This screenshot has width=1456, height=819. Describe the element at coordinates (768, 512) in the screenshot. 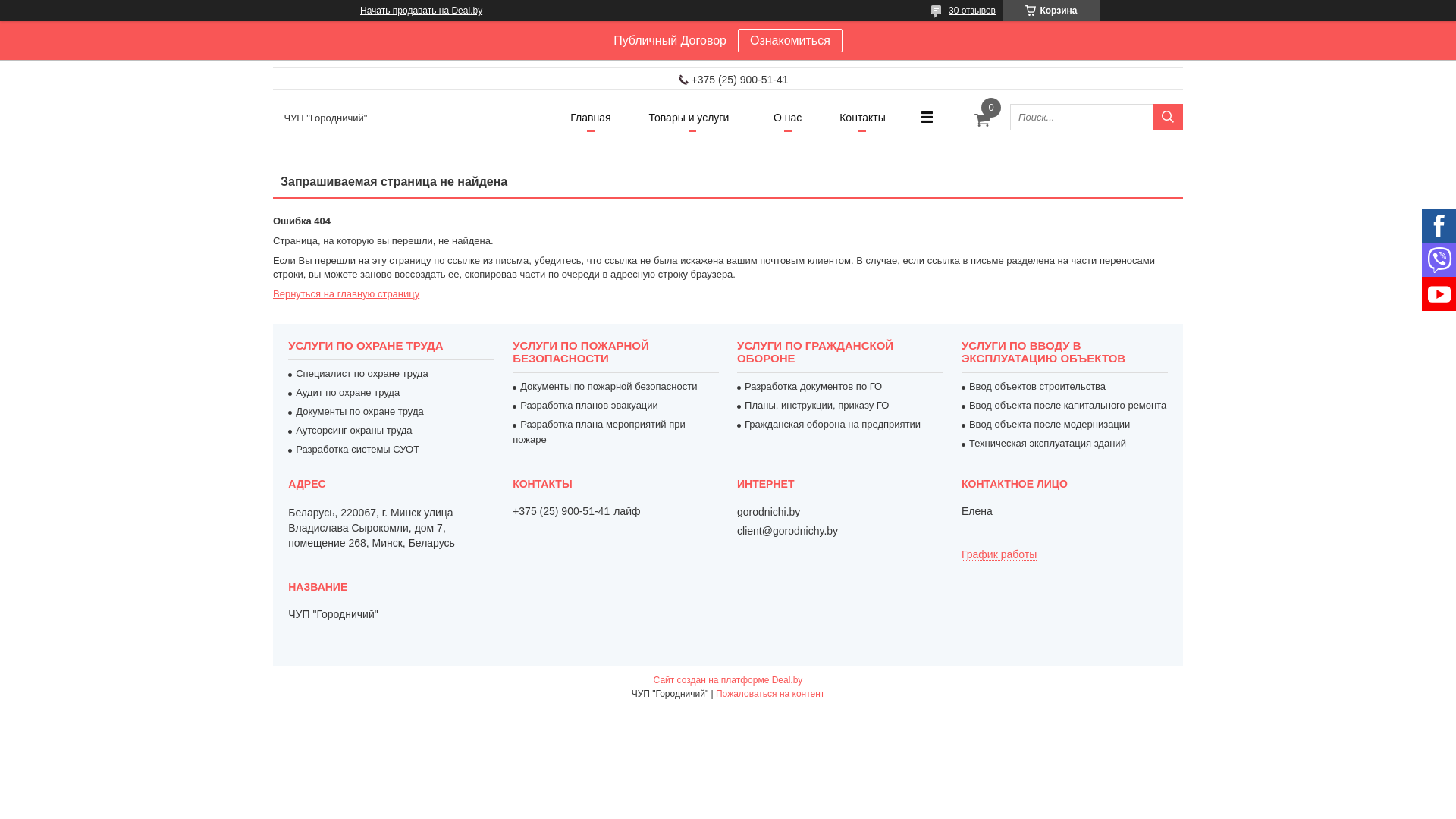

I see `'gorodnichi.by'` at that location.